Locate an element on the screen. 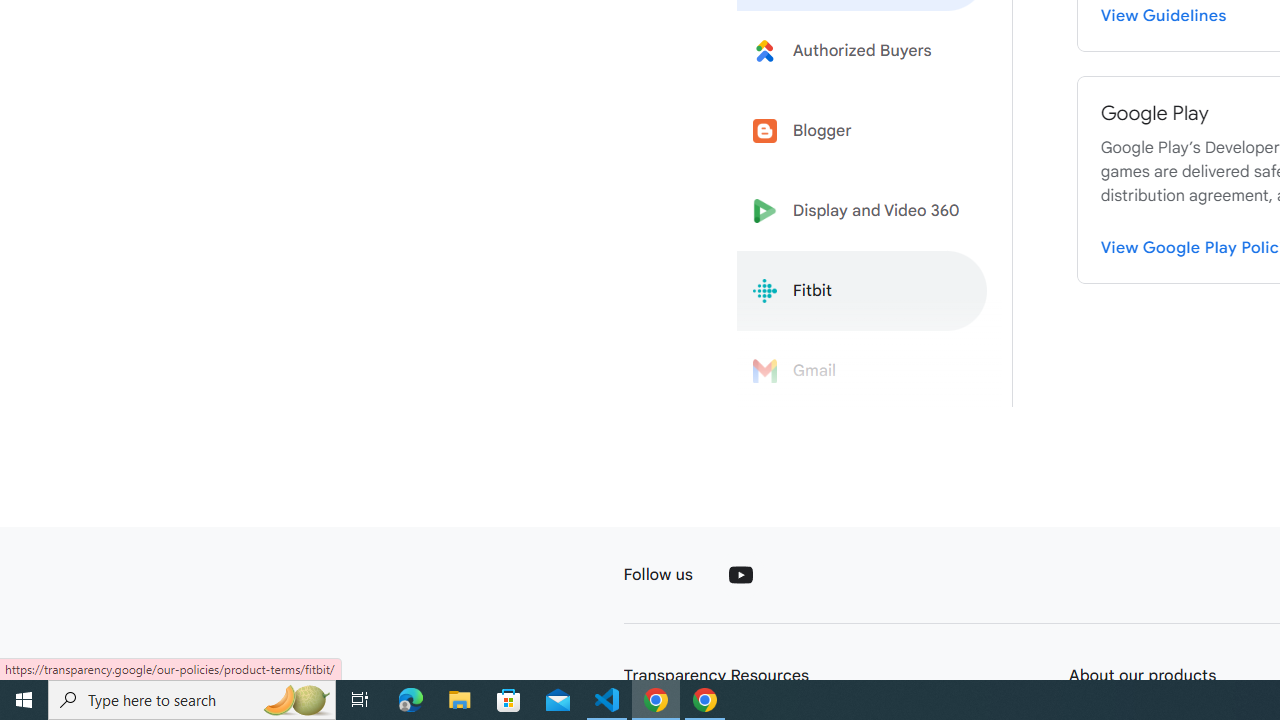  'YouTube' is located at coordinates (739, 574).